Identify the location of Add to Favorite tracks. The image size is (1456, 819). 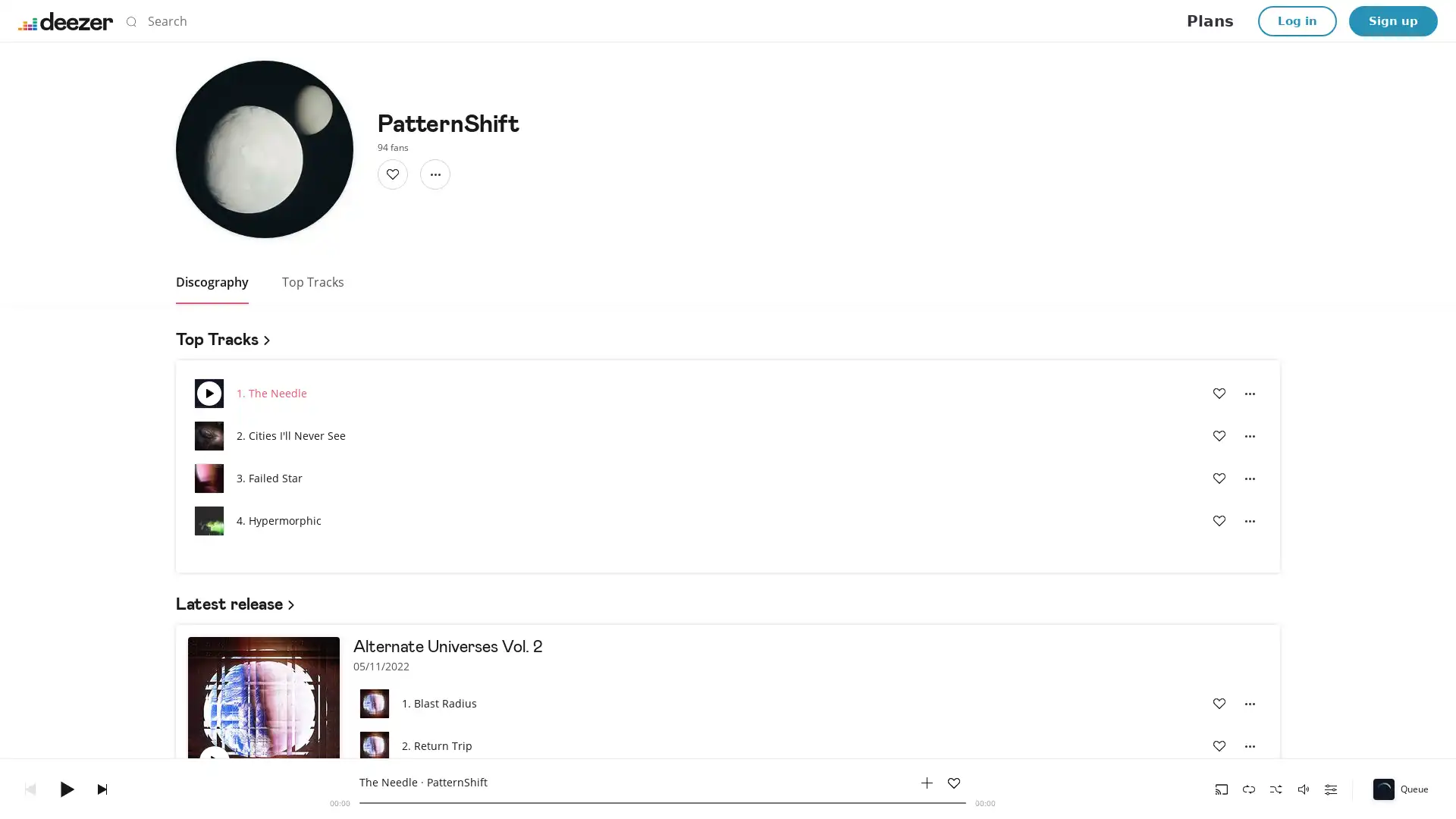
(952, 783).